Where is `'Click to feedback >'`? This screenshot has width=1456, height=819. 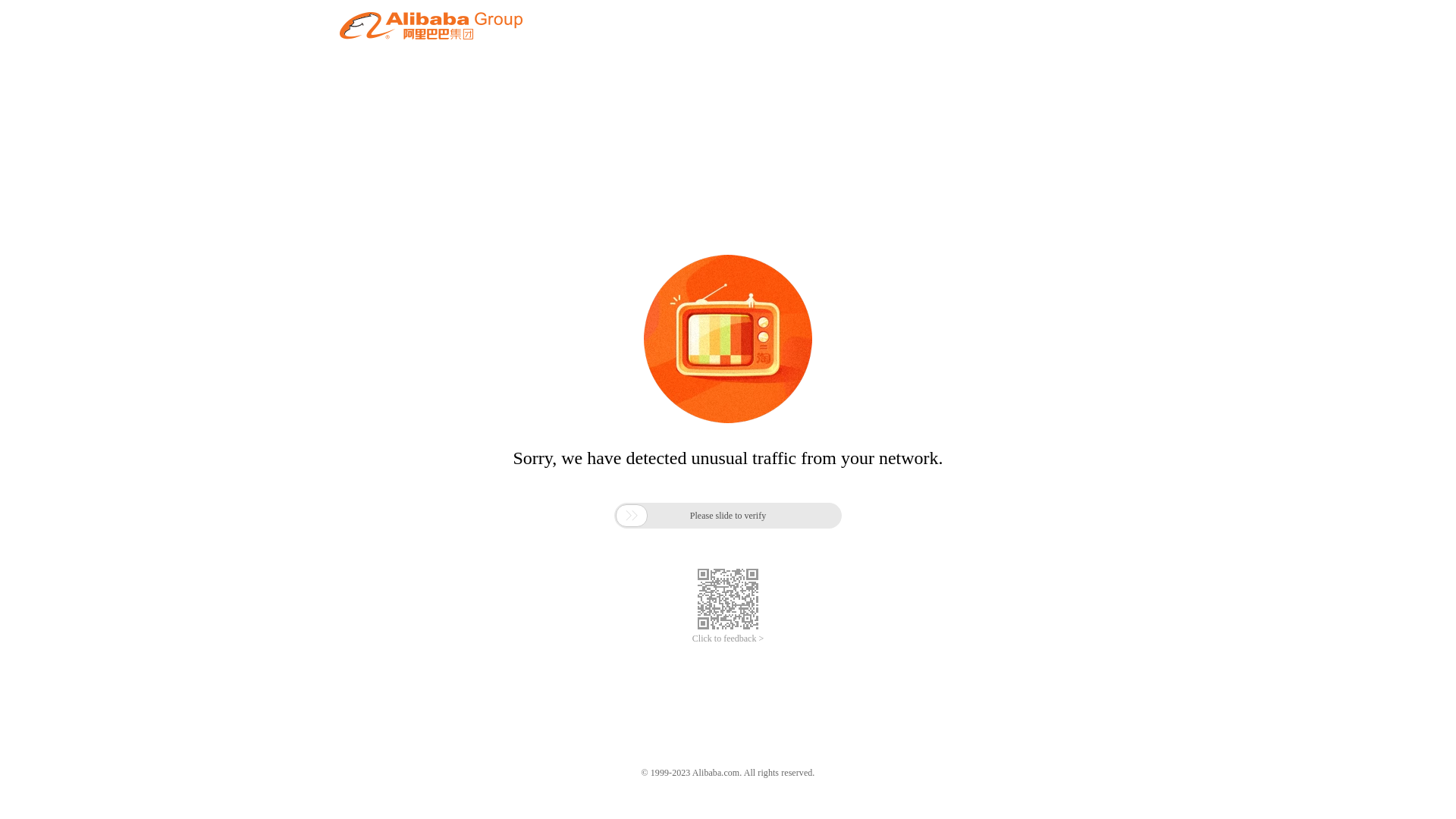 'Click to feedback >' is located at coordinates (728, 639).